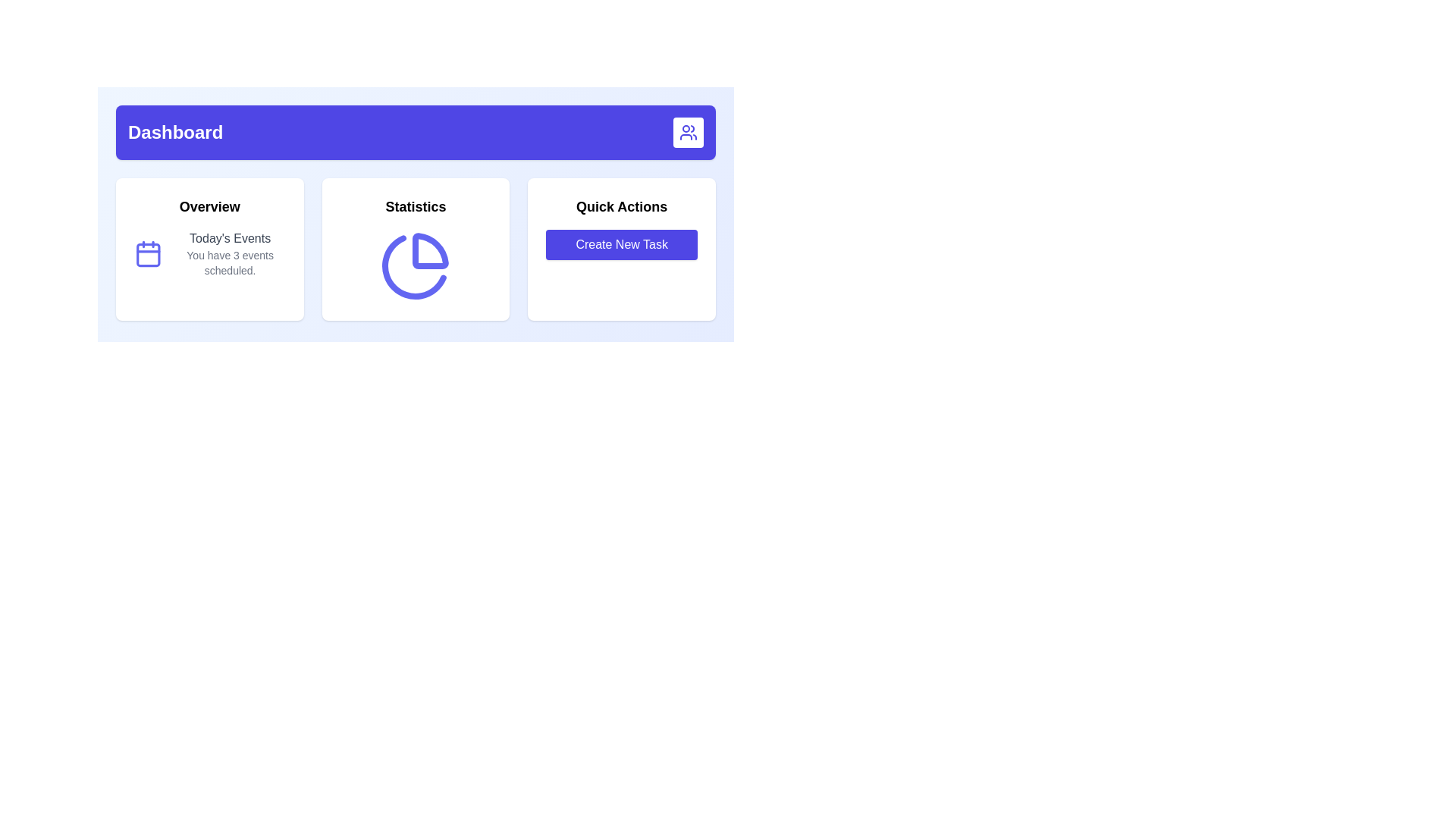 The image size is (1456, 819). I want to click on the 'Dashboard' text label, which displays in a bold font style on a blue background at the top of the interface, so click(175, 131).